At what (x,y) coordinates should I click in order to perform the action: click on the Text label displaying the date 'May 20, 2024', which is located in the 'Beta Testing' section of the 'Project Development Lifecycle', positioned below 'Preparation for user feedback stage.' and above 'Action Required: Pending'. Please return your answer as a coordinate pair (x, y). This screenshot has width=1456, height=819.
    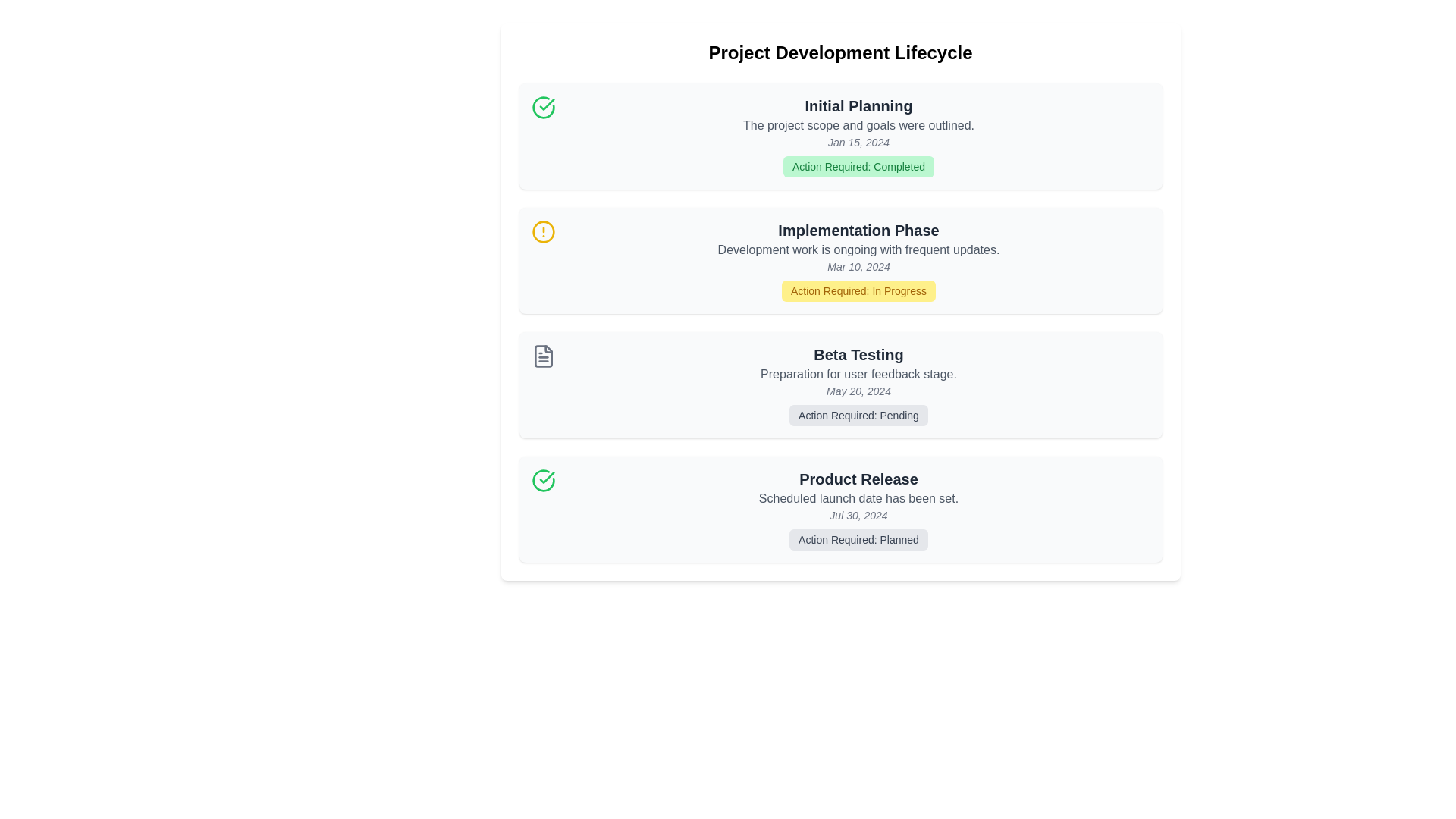
    Looking at the image, I should click on (858, 391).